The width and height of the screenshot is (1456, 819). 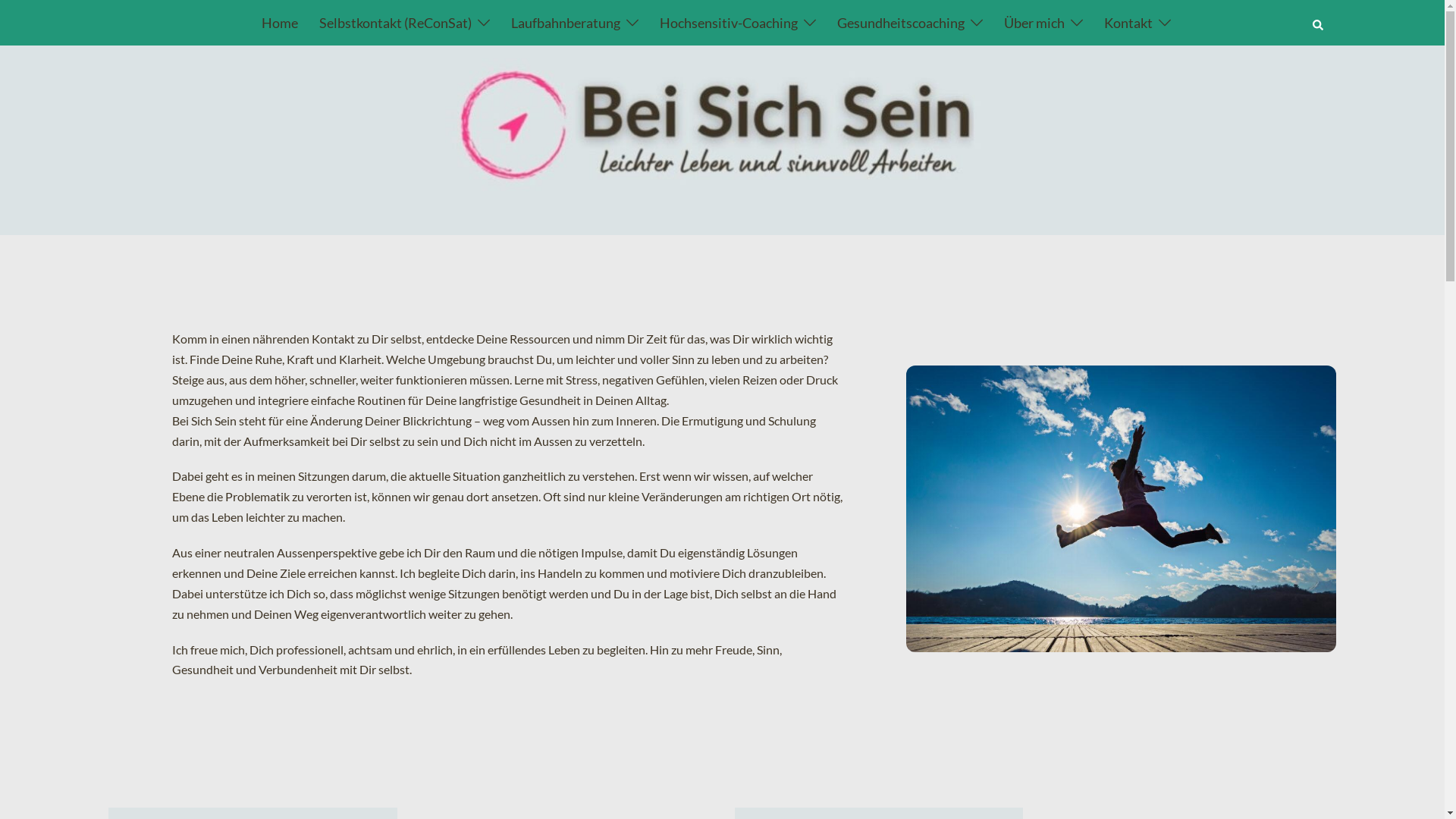 I want to click on 'Selbstkontakt (ReConSat)', so click(x=318, y=23).